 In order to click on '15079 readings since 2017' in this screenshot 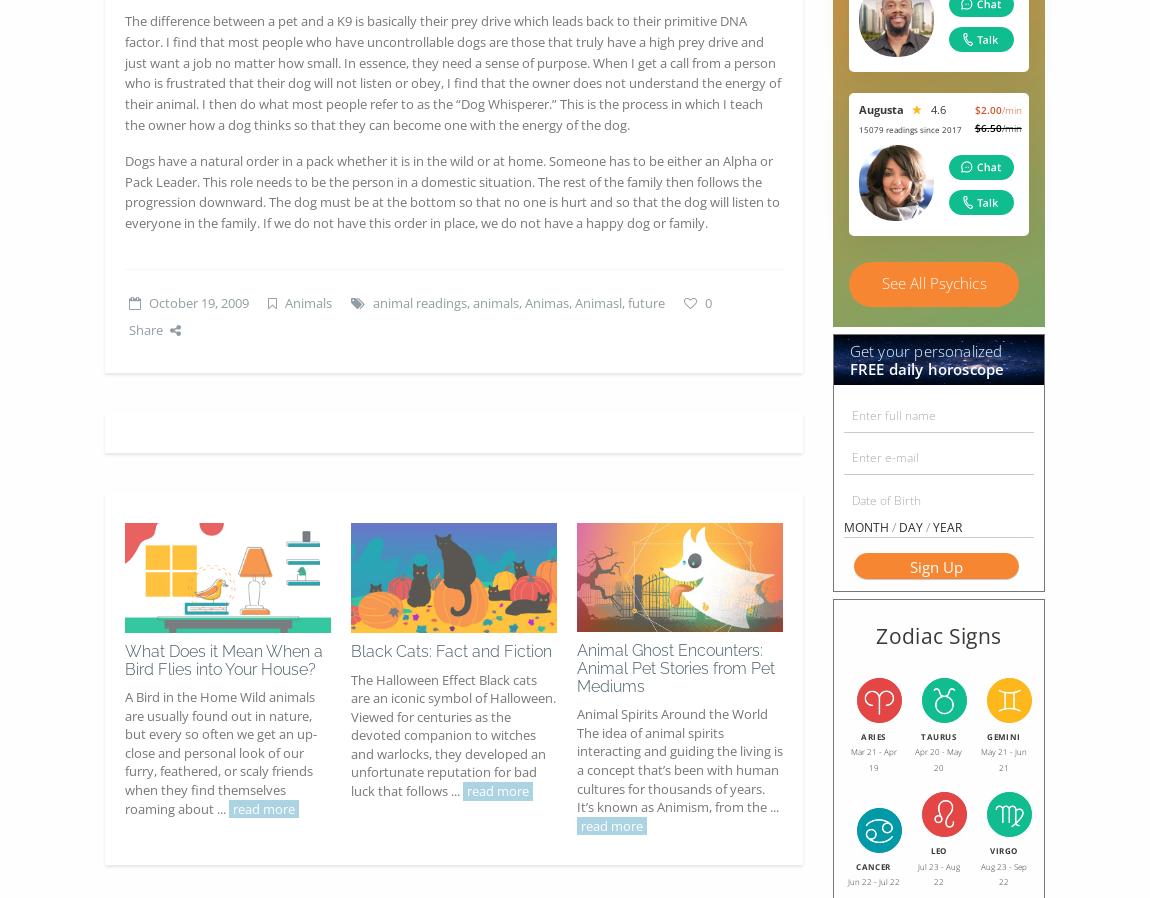, I will do `click(909, 128)`.